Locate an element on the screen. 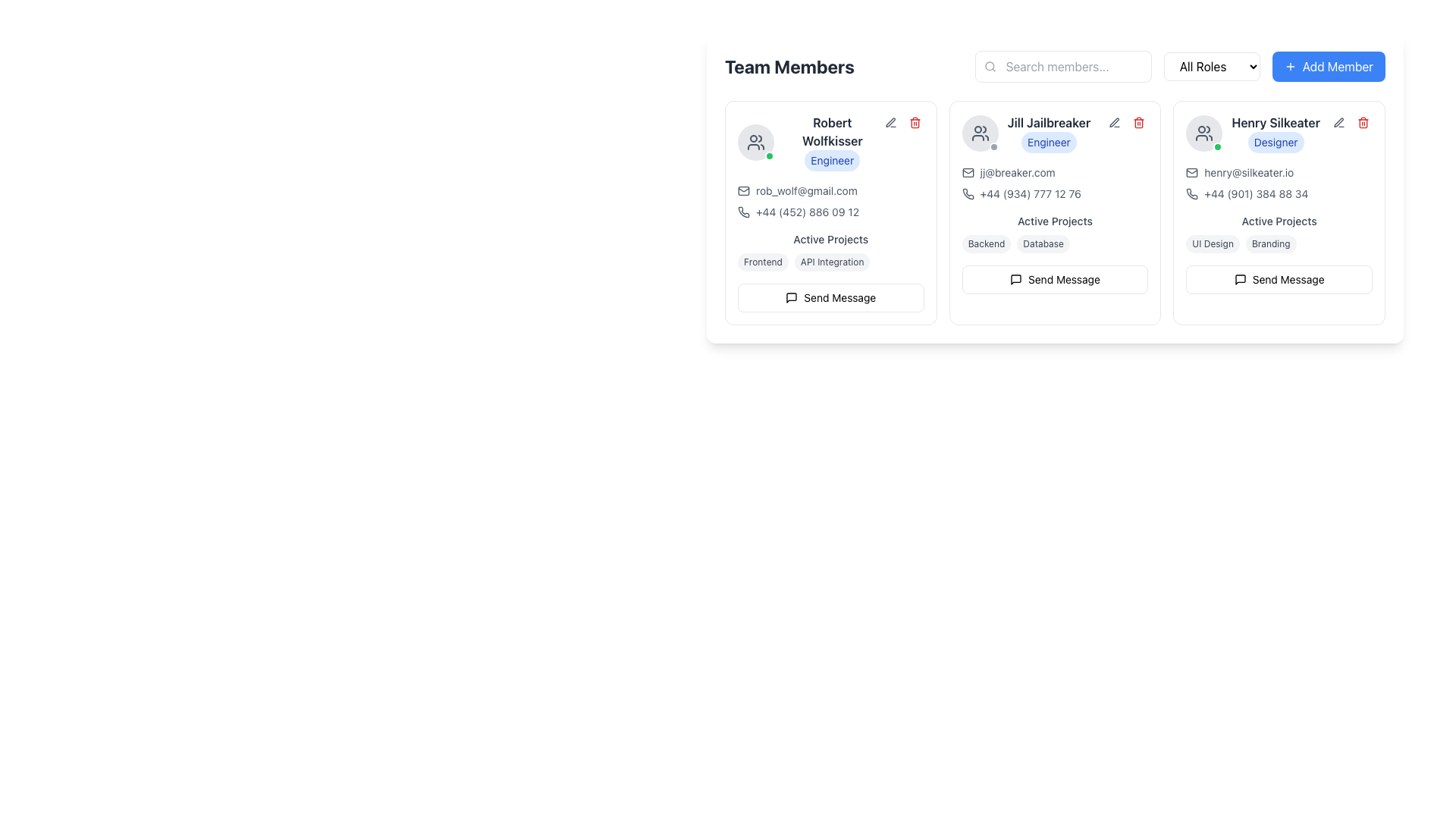 This screenshot has width=1456, height=819. the badge containing the text 'API Integration' located under the 'Active Projects' section of Robert Wolfkisser's profile card, which is the second badge in a horizontal array is located at coordinates (831, 262).